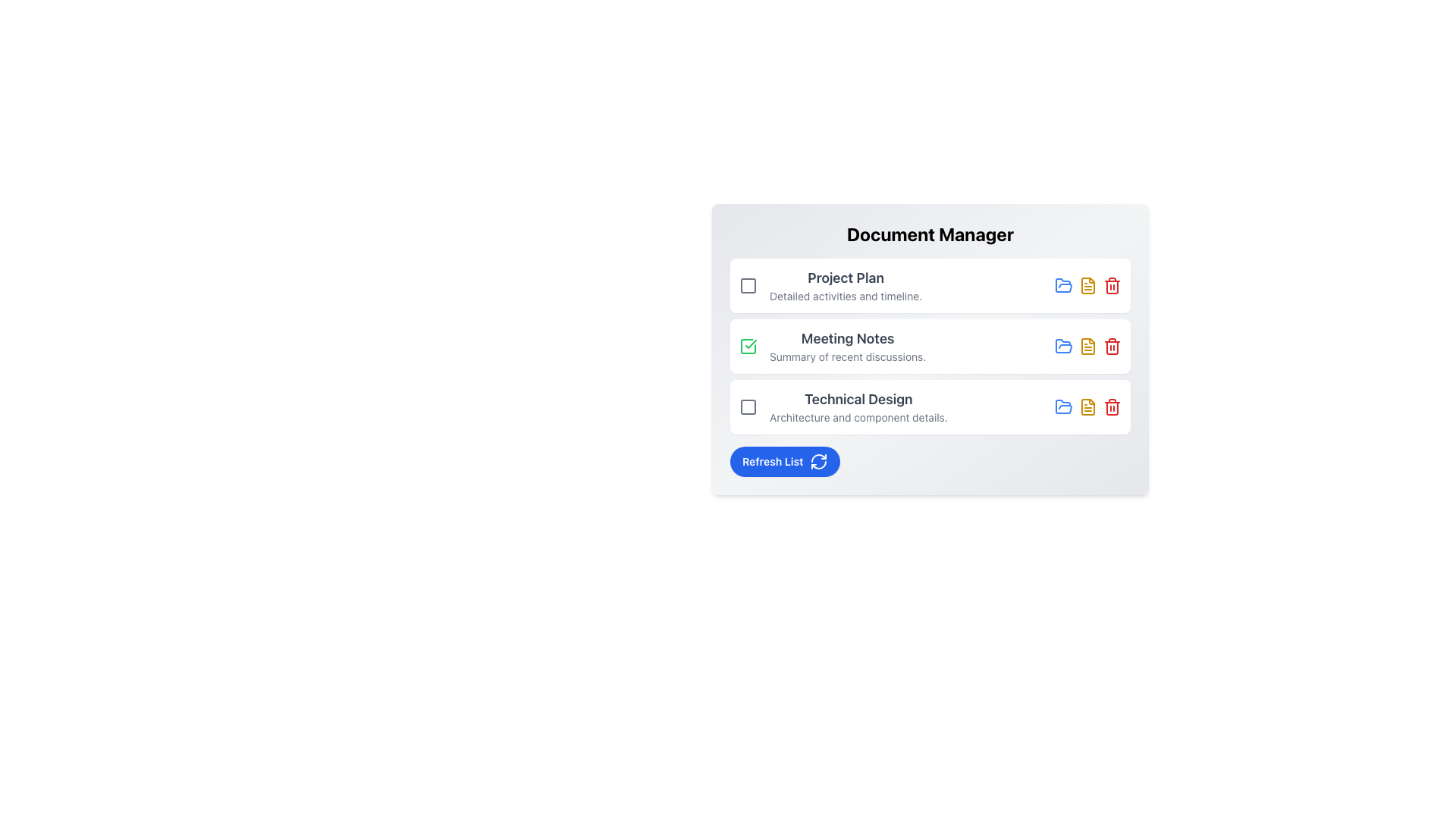 This screenshot has width=1456, height=819. What do you see at coordinates (748, 286) in the screenshot?
I see `the Icon located at the start of the first entry in the 'Project Plan' list within the 'Document Manager' interface, which serves as a visual indicator for the item type or status` at bounding box center [748, 286].